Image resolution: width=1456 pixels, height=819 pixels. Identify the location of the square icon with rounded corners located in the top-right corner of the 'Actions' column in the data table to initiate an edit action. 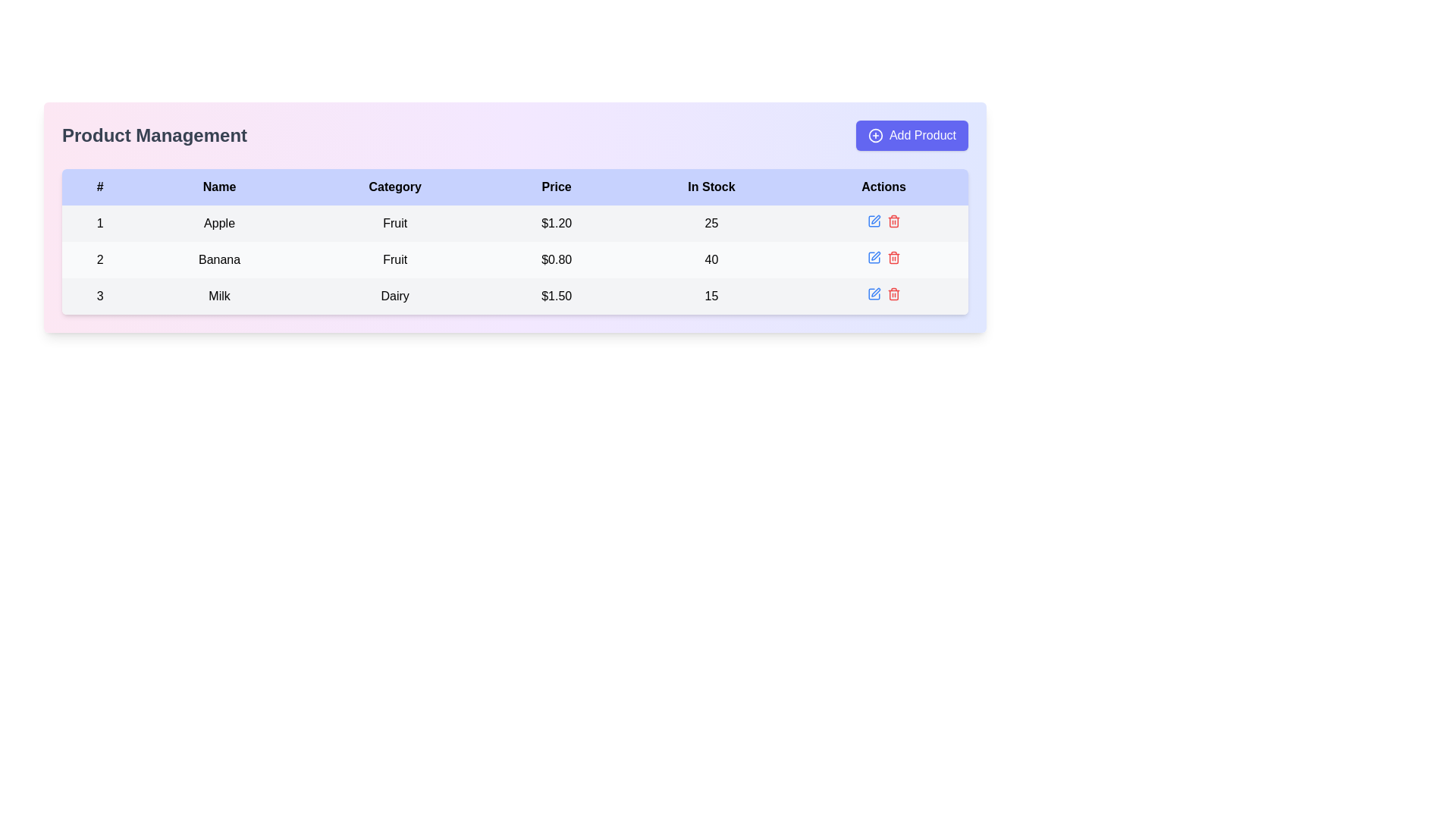
(874, 221).